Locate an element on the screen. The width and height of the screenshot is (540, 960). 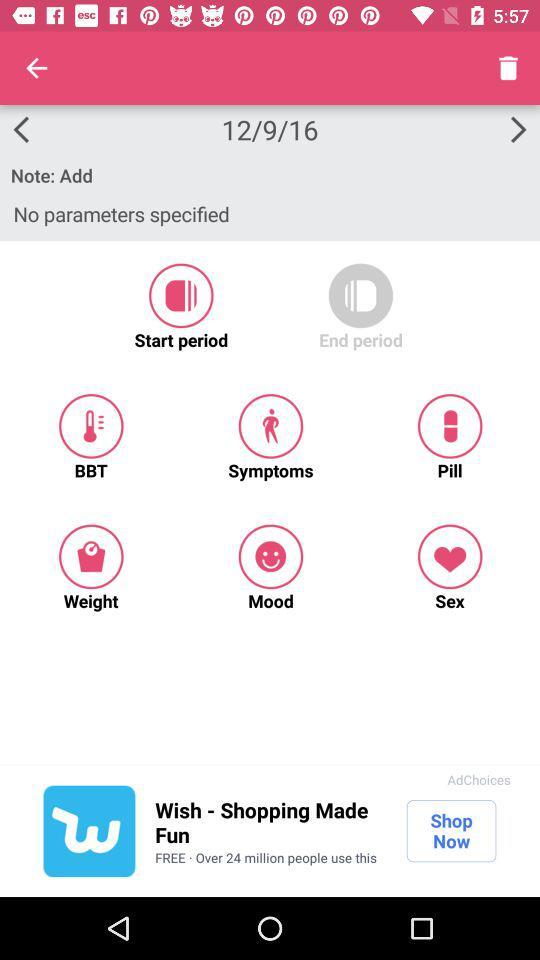
the item next to wish shopping made is located at coordinates (88, 831).